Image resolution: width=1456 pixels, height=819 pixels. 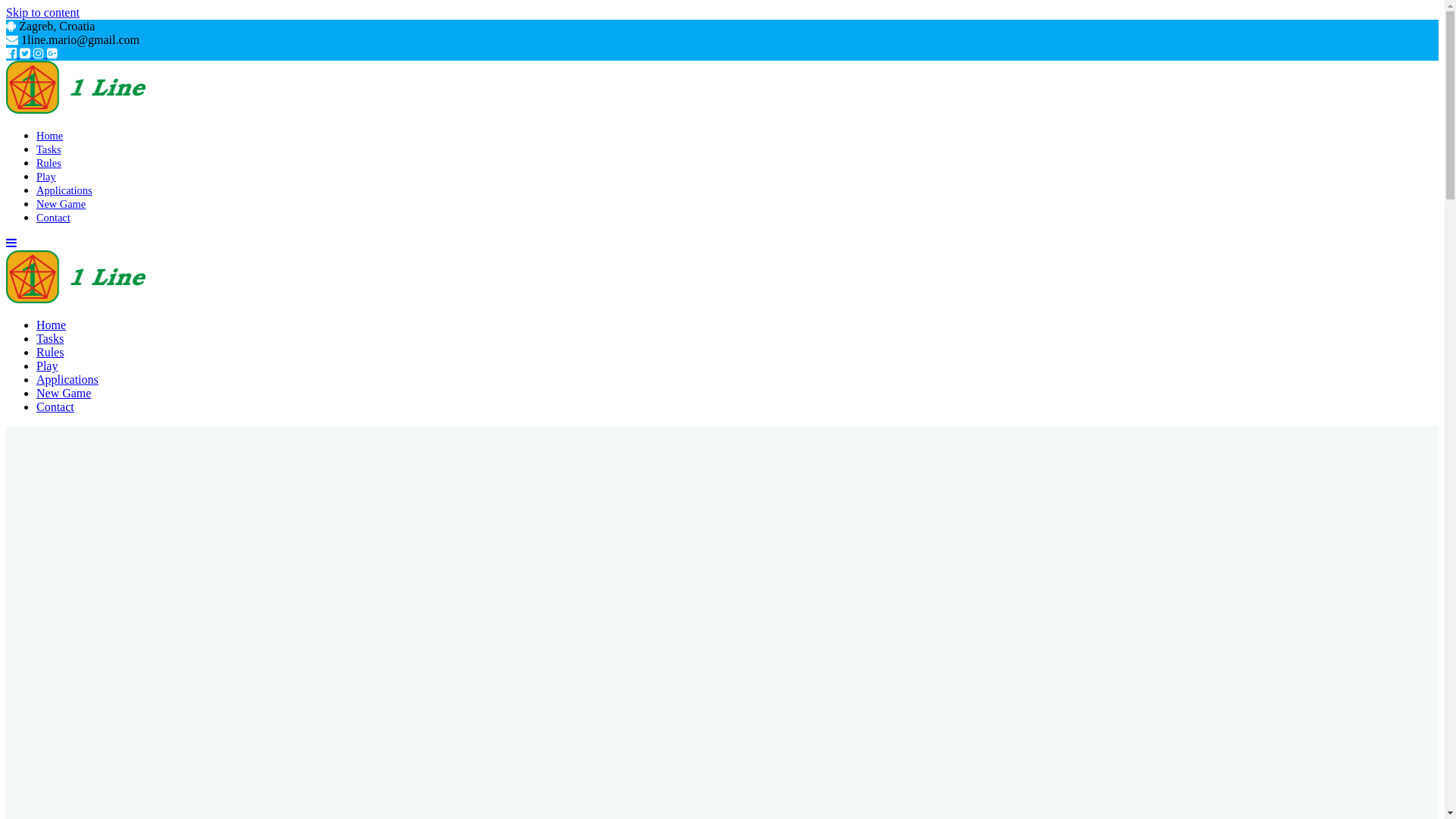 I want to click on 'Tasks', so click(x=49, y=149).